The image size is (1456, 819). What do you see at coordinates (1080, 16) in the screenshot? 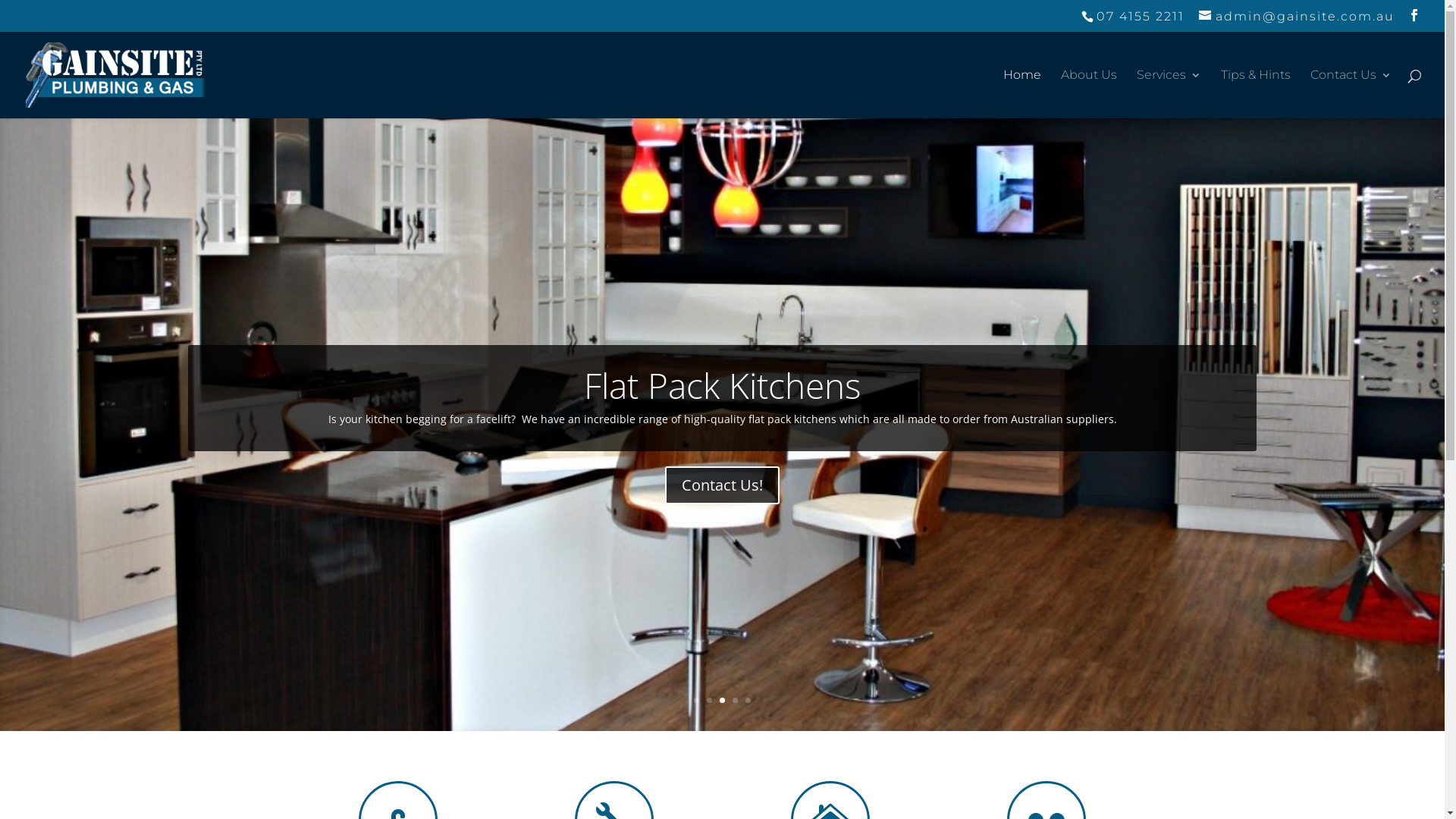
I see `'07 4155 2211'` at bounding box center [1080, 16].